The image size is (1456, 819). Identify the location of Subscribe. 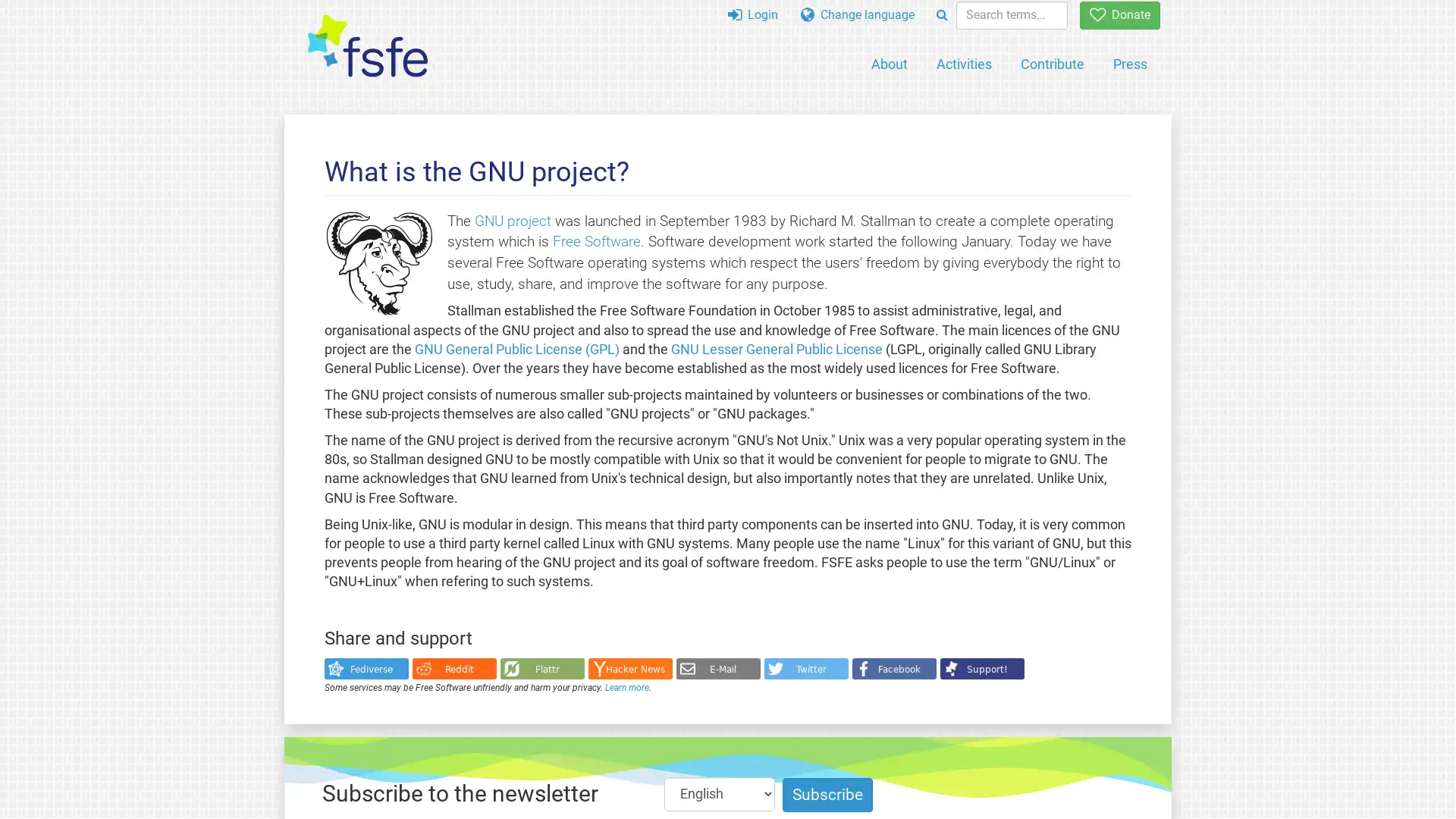
(827, 794).